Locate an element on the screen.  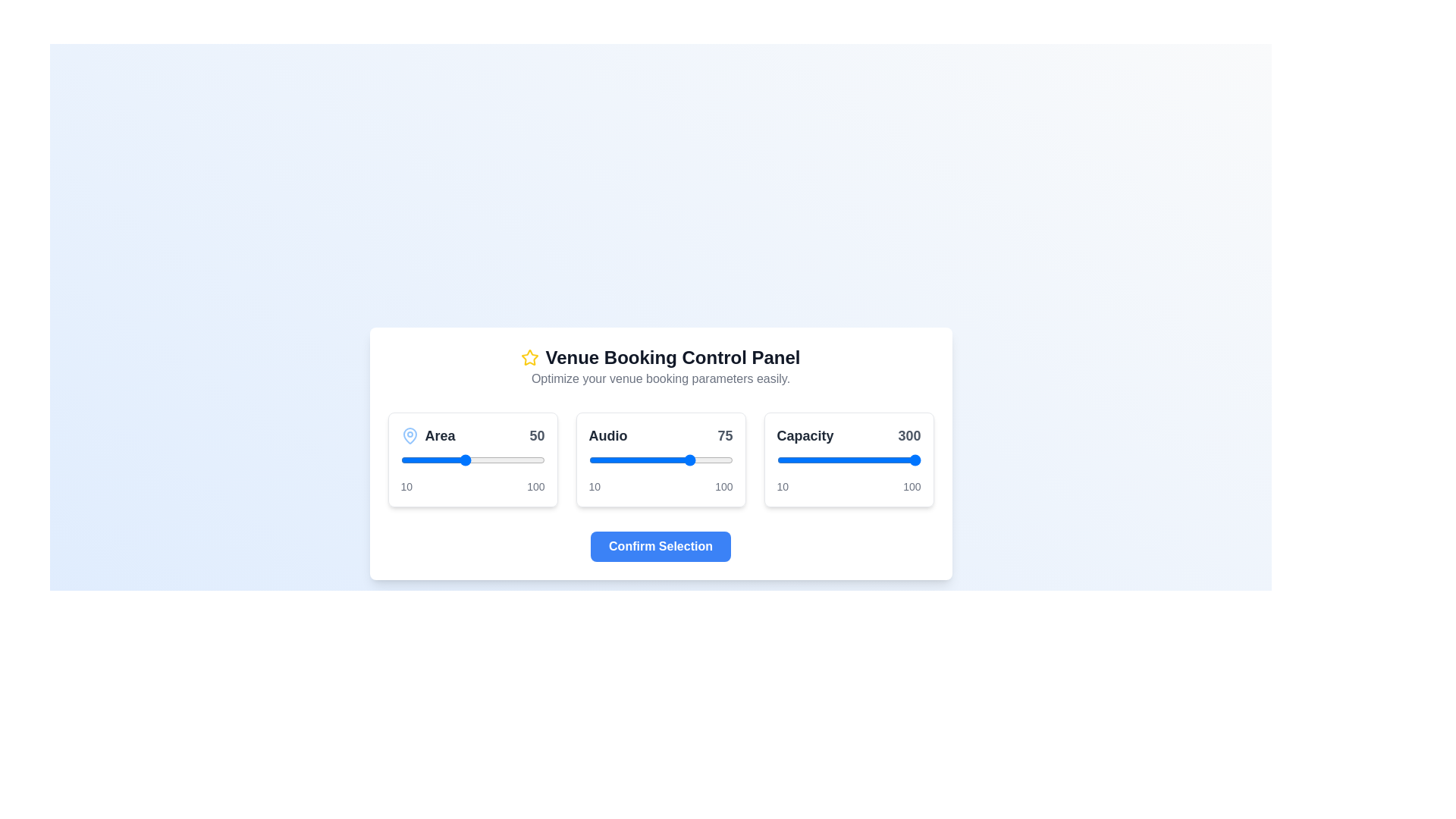
the Area slider is located at coordinates (402, 459).